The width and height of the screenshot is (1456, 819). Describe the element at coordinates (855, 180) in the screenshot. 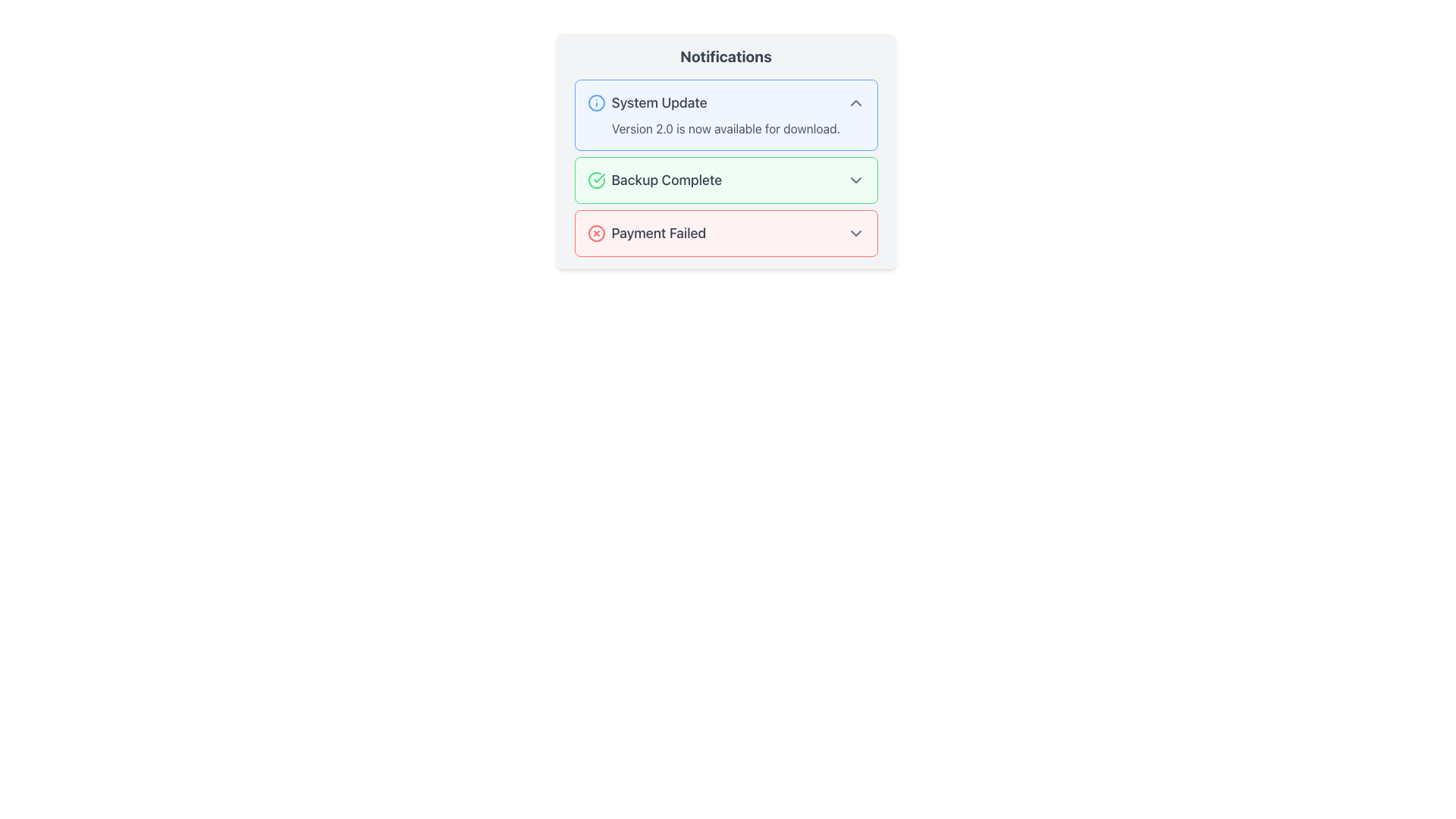

I see `the dropdown toggle button for the 'Backup Complete' notification` at that location.